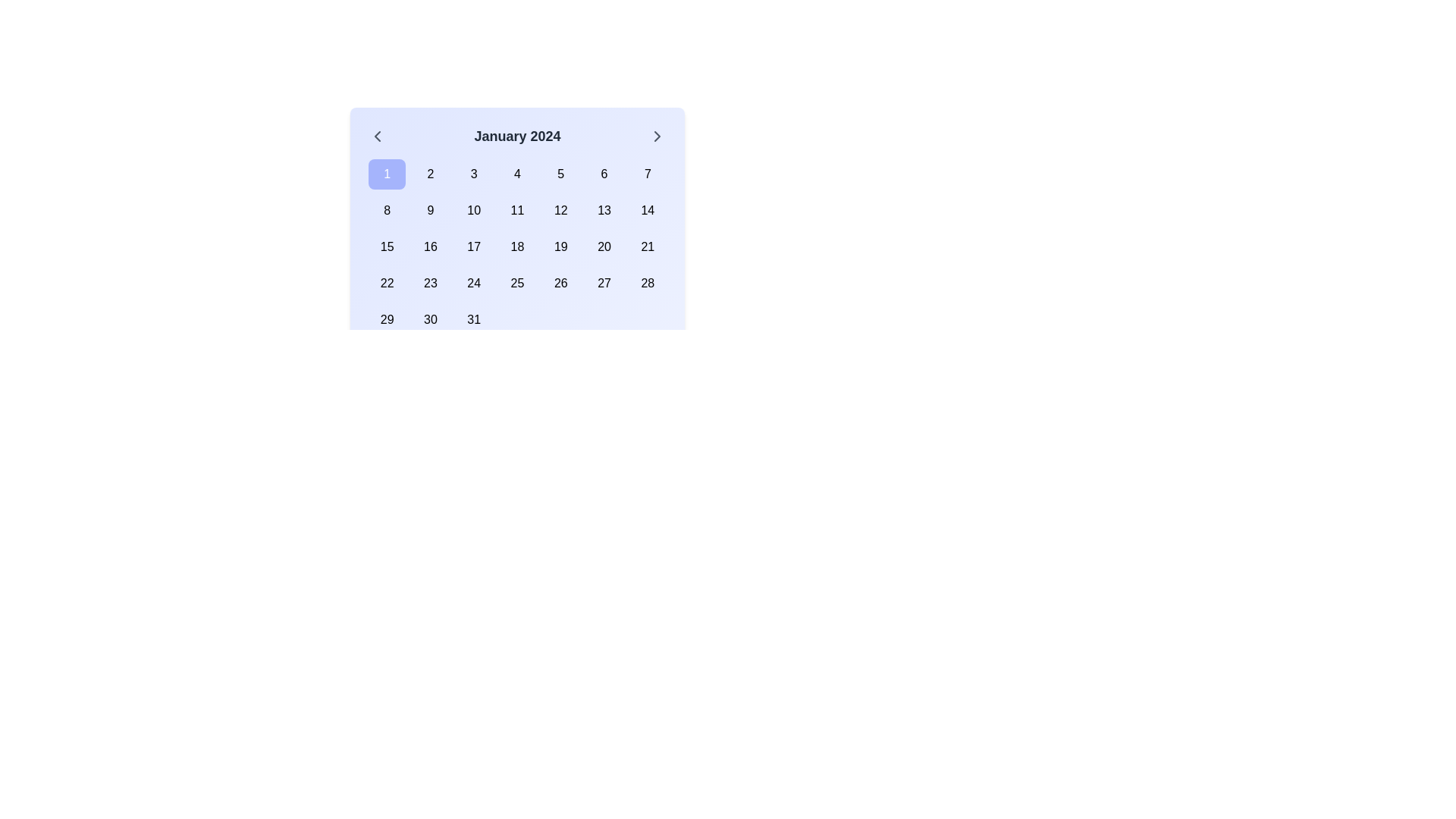  I want to click on the button representing the 27th day in the calendar view, located in the fifth row and sixth column of the grid, so click(603, 284).